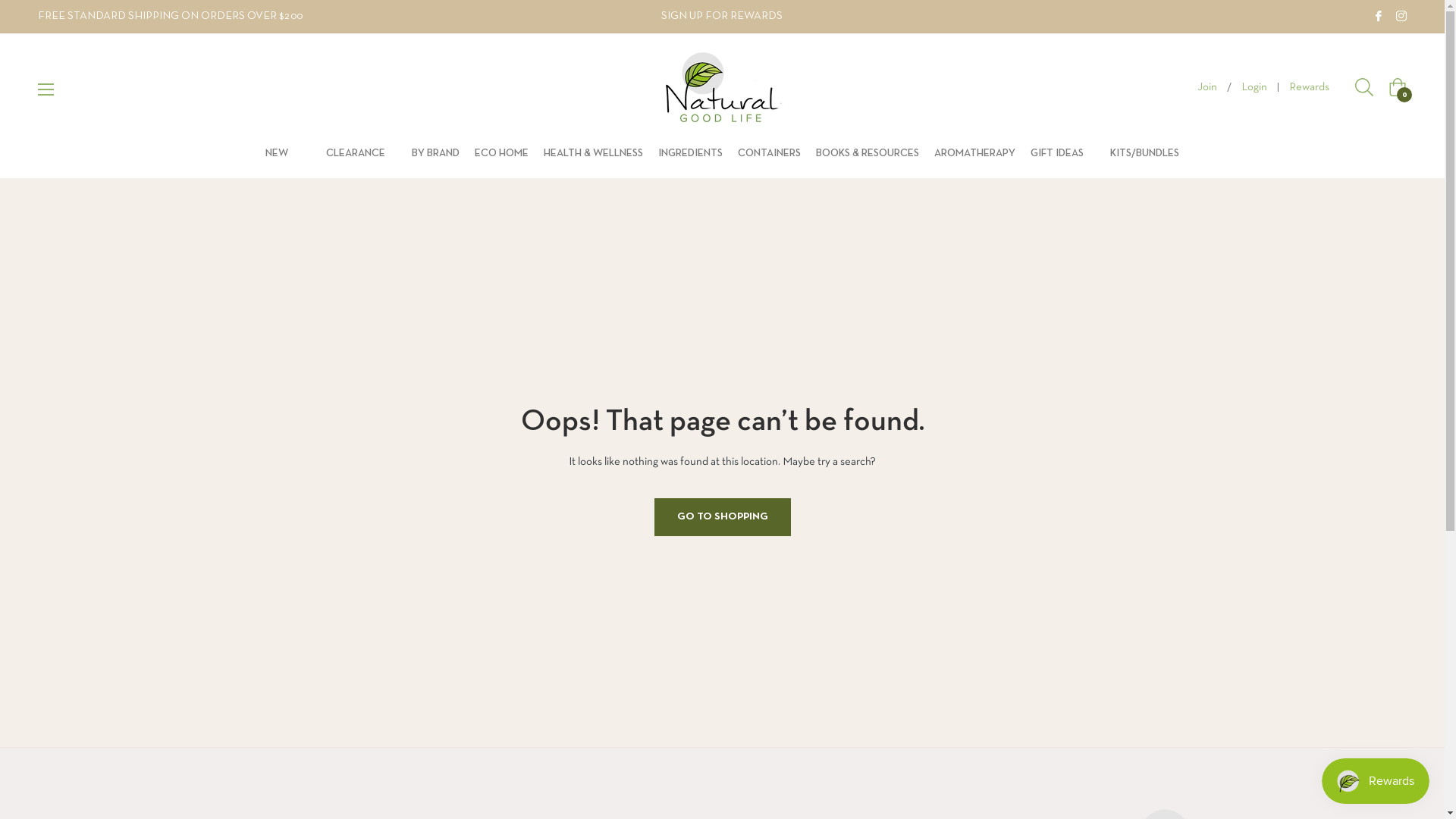  What do you see at coordinates (974, 153) in the screenshot?
I see `'AROMATHERAPY'` at bounding box center [974, 153].